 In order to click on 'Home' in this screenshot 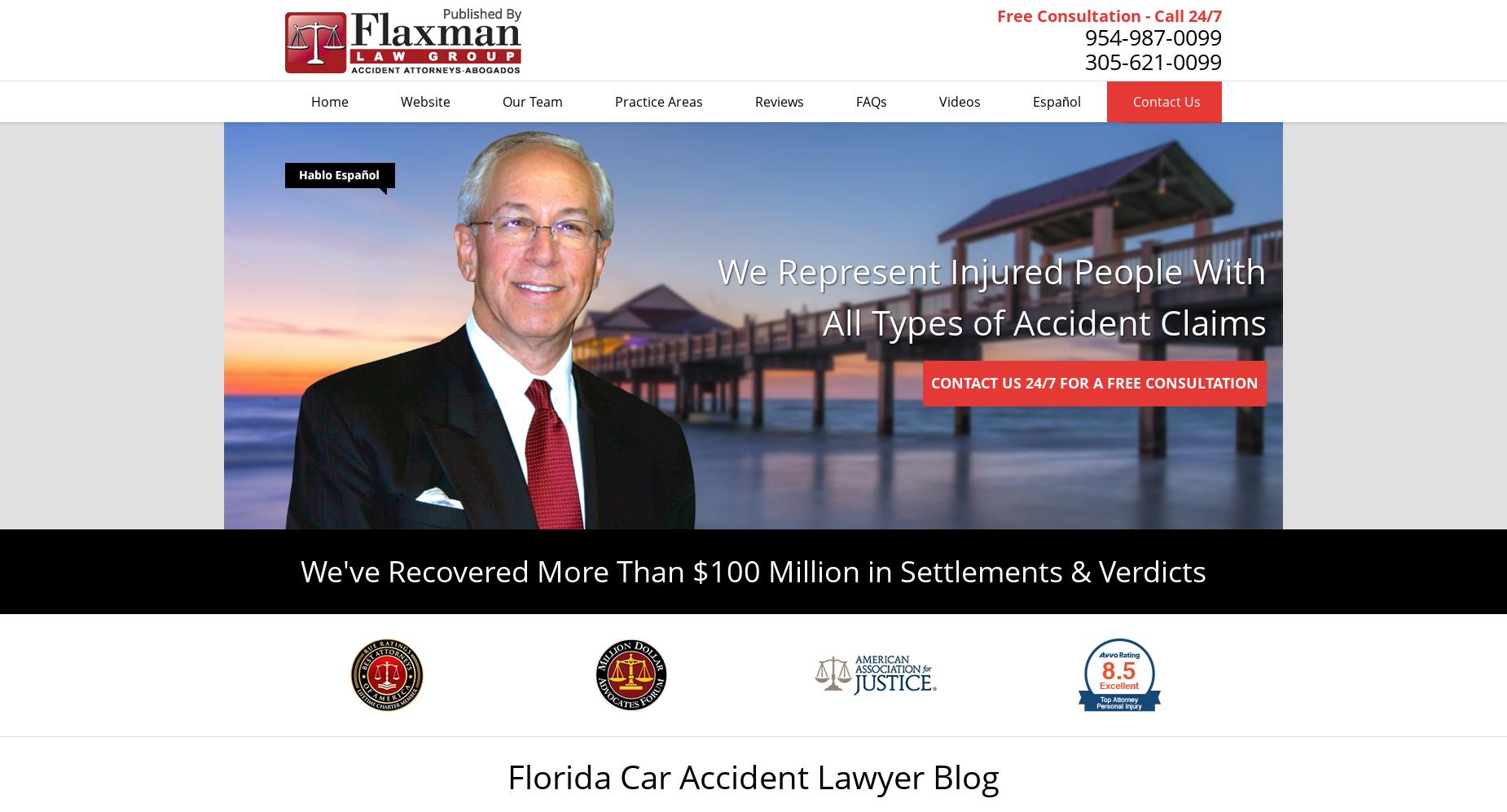, I will do `click(328, 102)`.